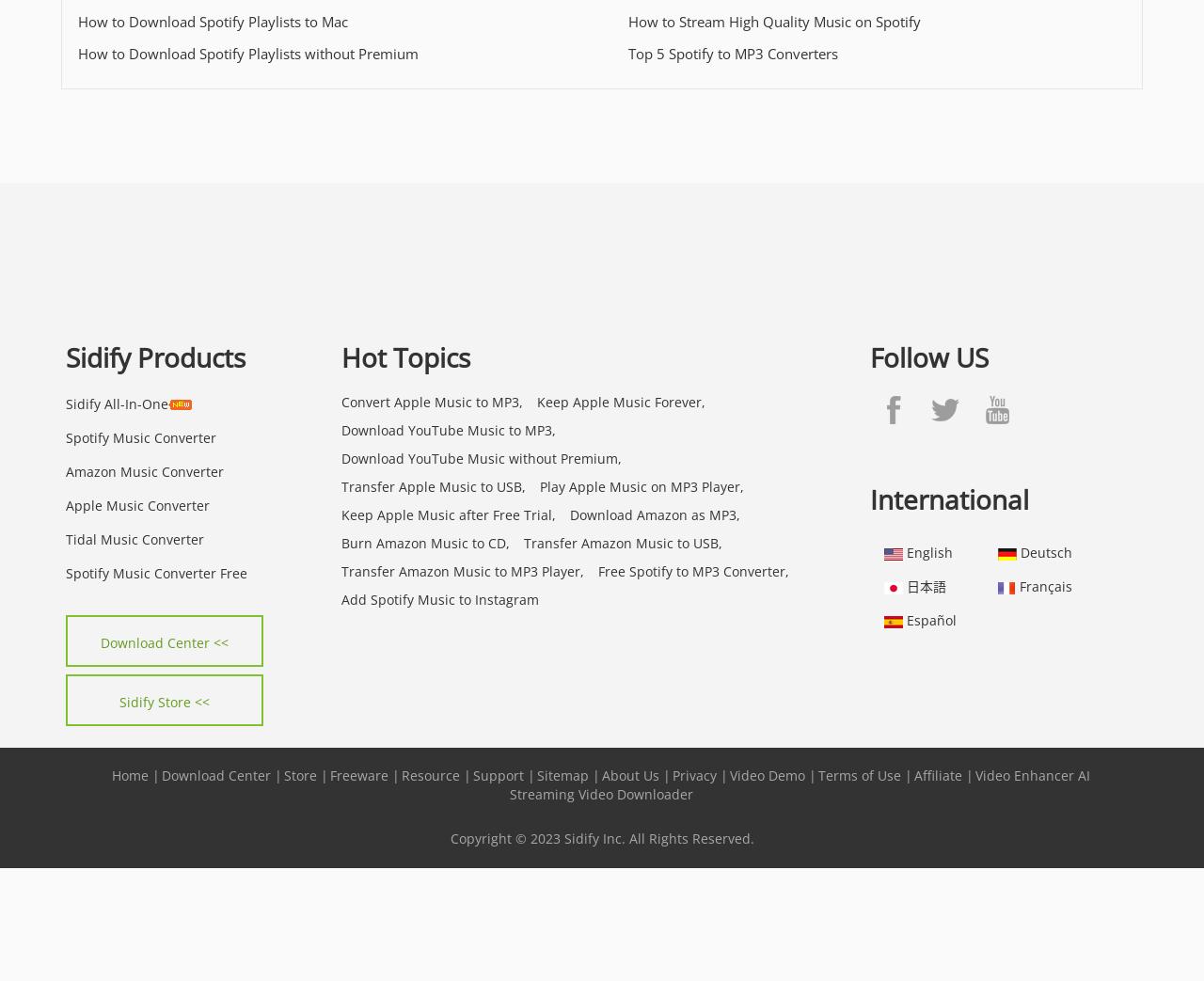 The image size is (1204, 981). What do you see at coordinates (859, 774) in the screenshot?
I see `'Terms of Use'` at bounding box center [859, 774].